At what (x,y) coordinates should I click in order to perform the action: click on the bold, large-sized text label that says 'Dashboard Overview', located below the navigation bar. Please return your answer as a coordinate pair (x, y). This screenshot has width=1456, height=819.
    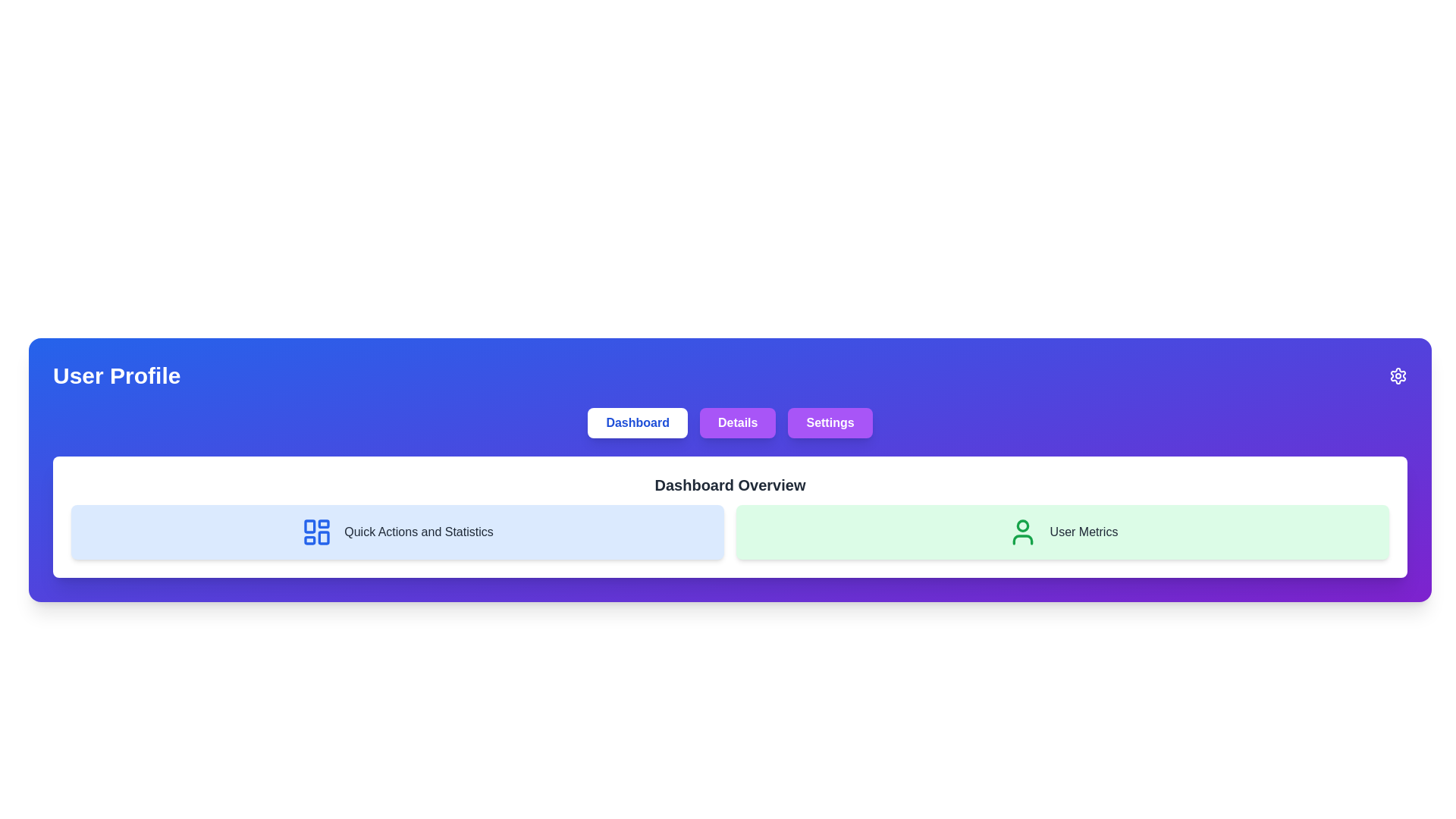
    Looking at the image, I should click on (730, 485).